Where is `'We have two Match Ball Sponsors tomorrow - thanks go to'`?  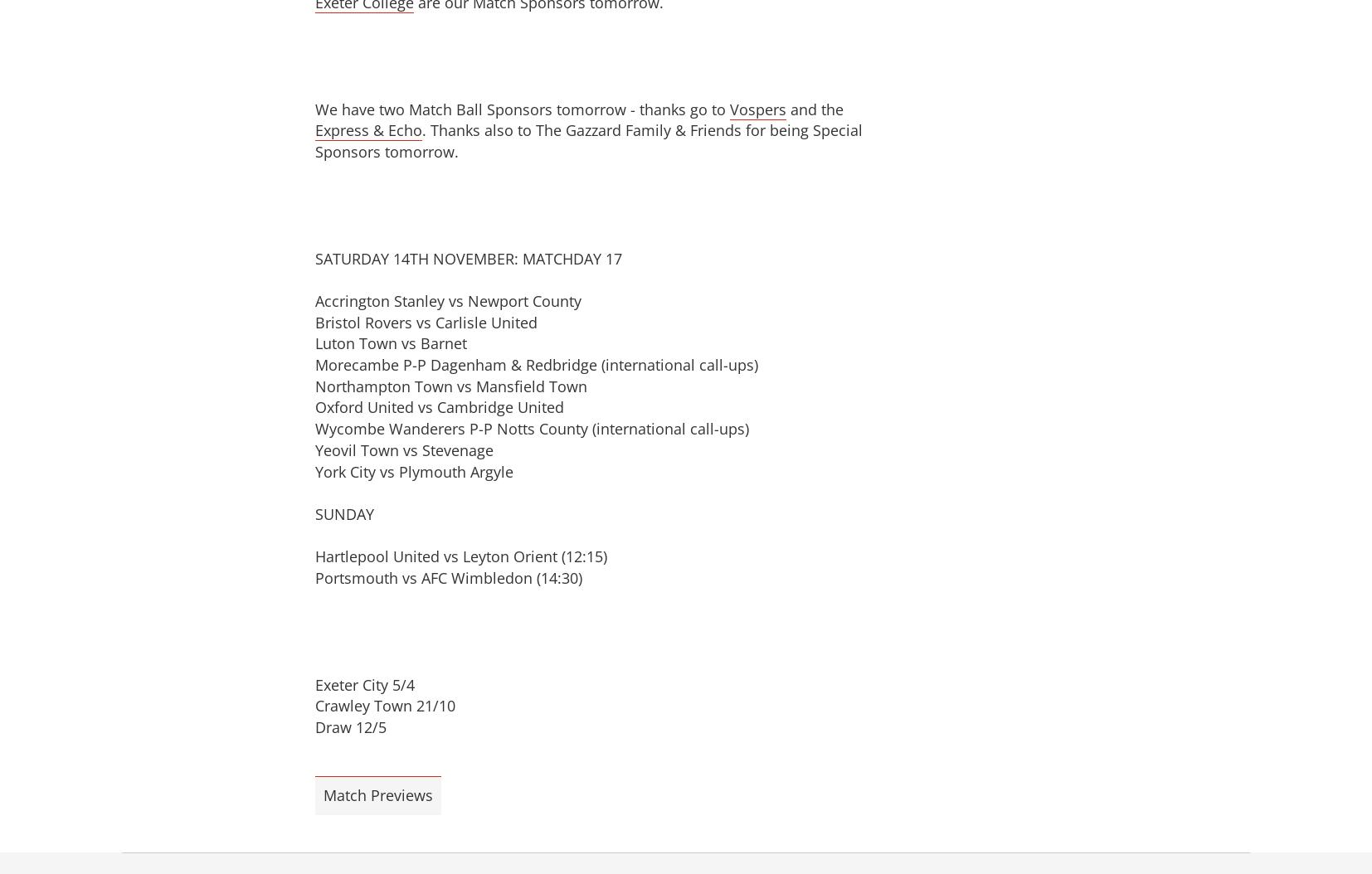
'We have two Match Ball Sponsors tomorrow - thanks go to' is located at coordinates (314, 109).